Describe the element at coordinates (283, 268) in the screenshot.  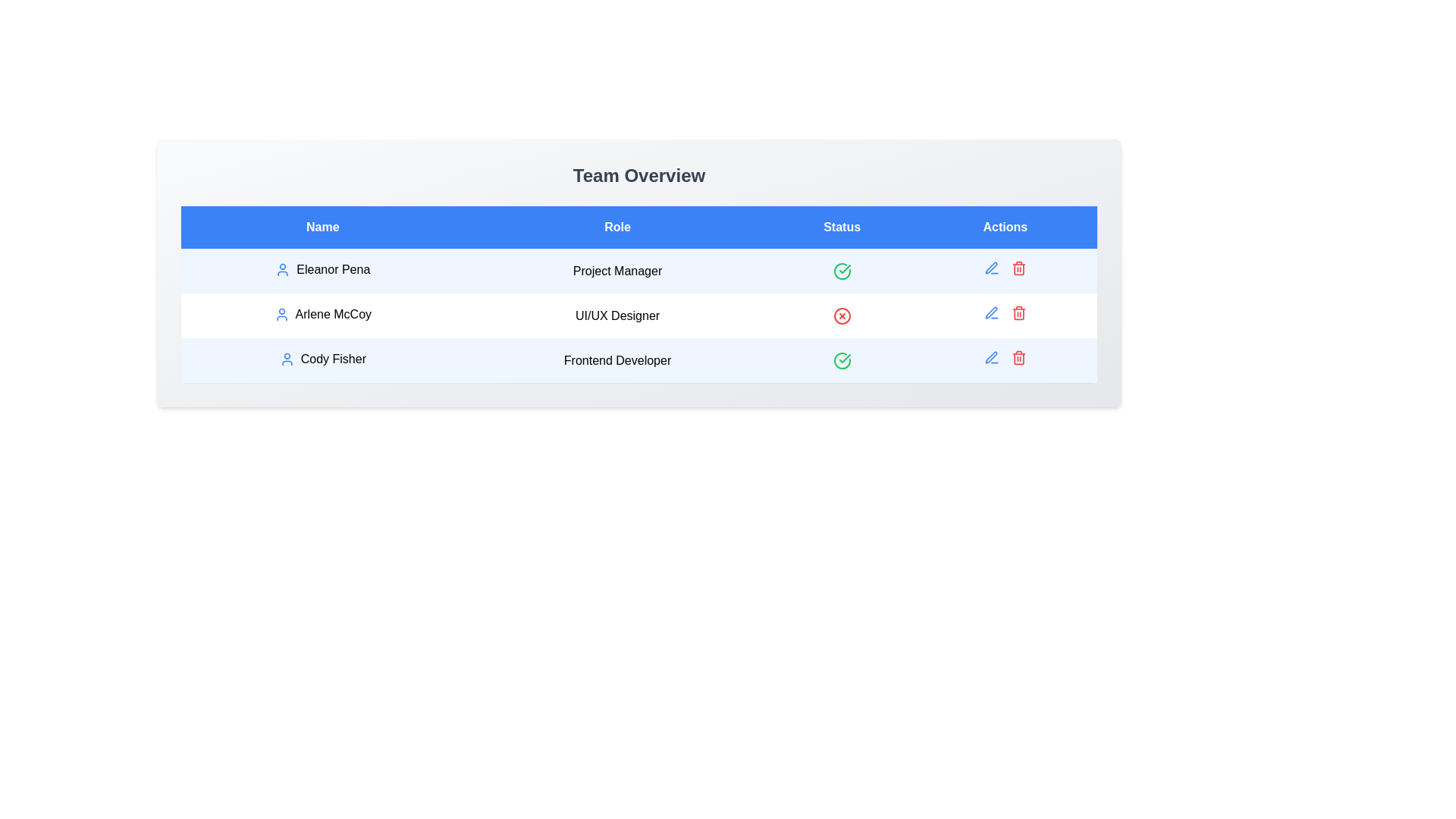
I see `the user profile icon representing 'Eleanor Pena', located in the first row of the table under the 'Name' column` at that location.